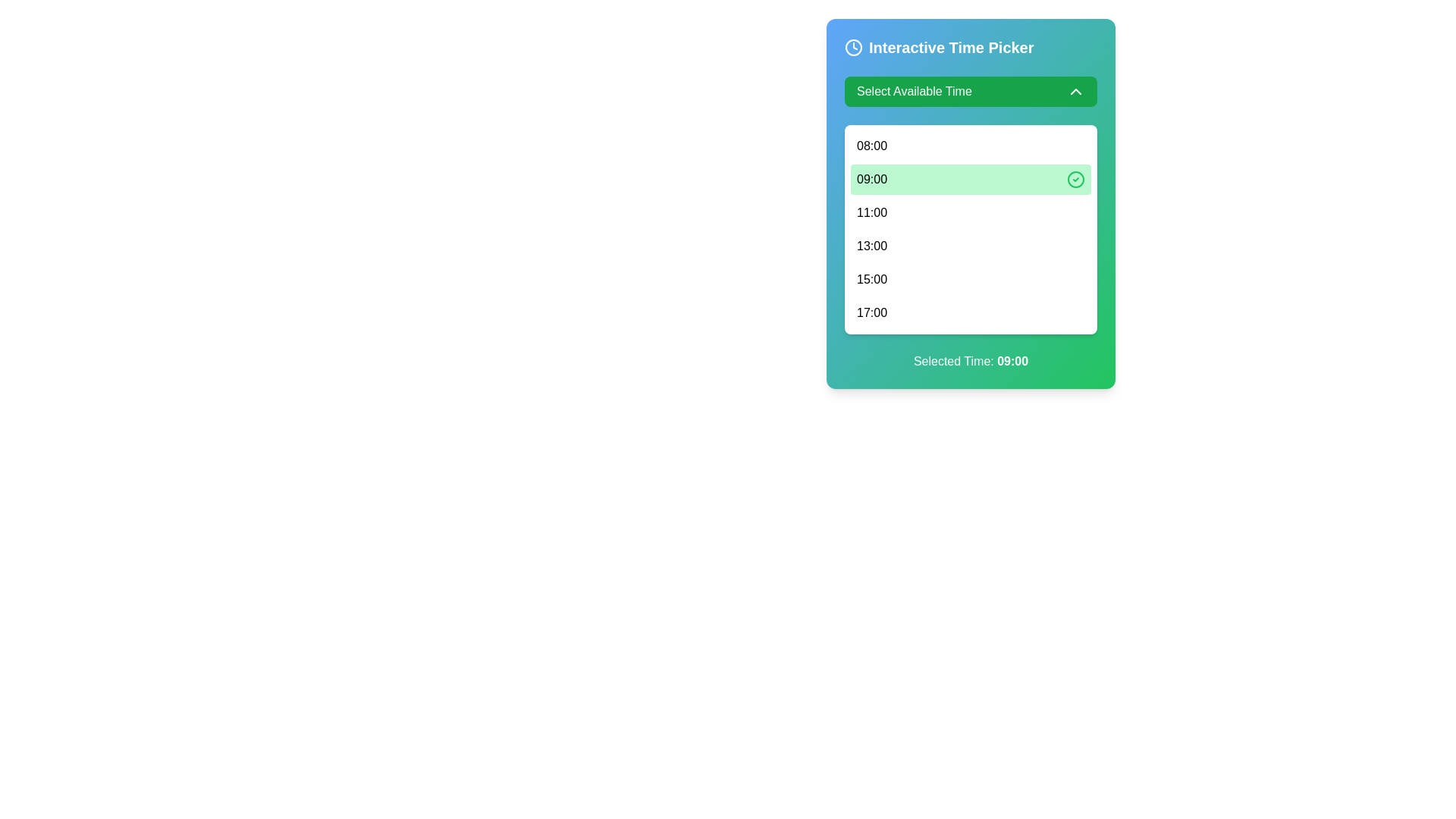  What do you see at coordinates (1012, 361) in the screenshot?
I see `time displayed in the Text Label that shows 'Selected Time: 09:00', located at the bottom of the time picker panel` at bounding box center [1012, 361].